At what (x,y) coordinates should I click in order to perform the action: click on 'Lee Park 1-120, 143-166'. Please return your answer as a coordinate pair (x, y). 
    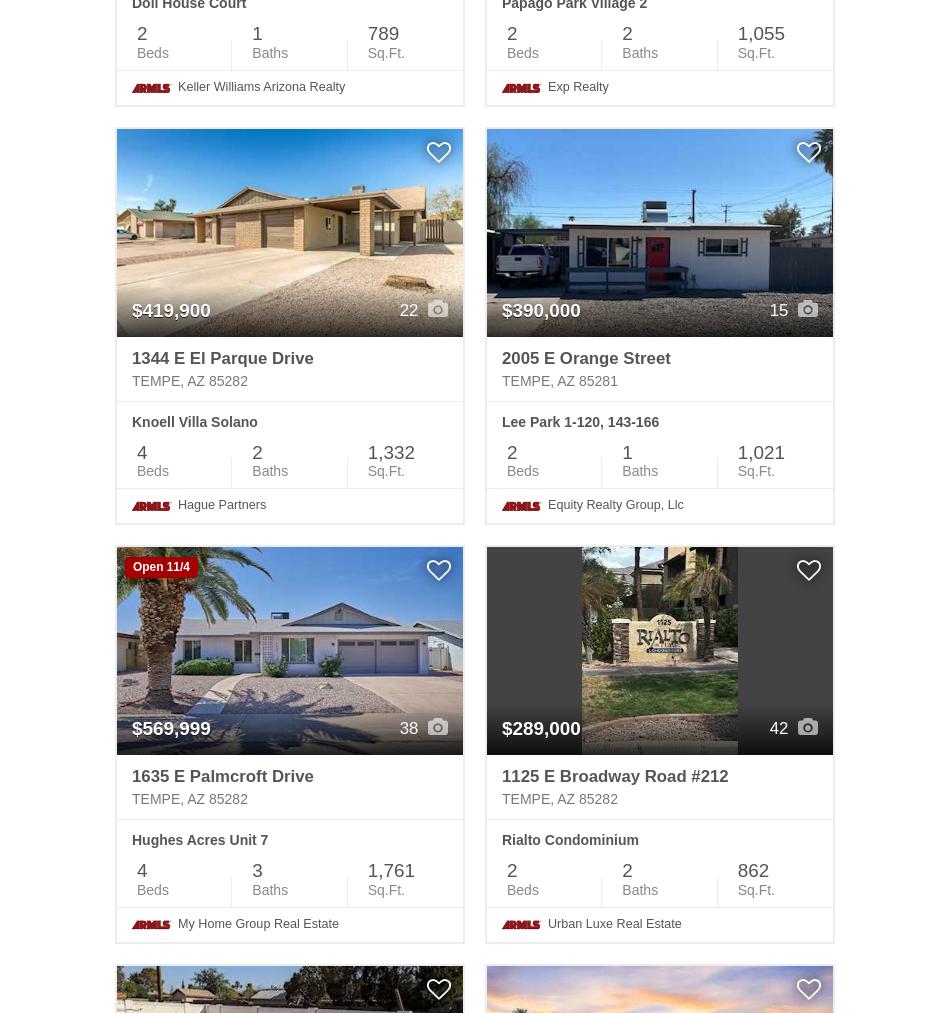
    Looking at the image, I should click on (501, 420).